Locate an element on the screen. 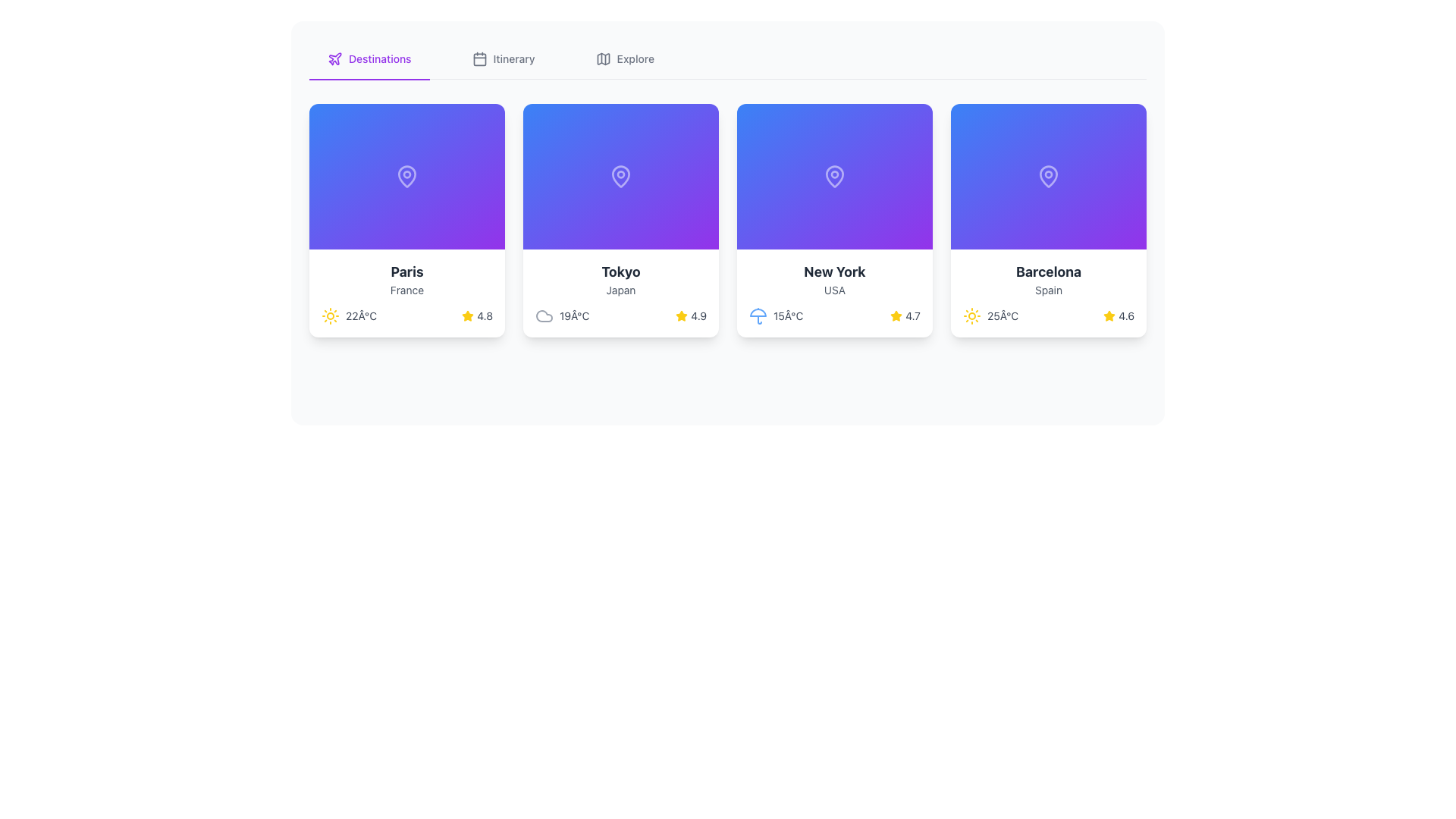 The image size is (1456, 819). the weather status icon located at the leftmost section of the horizontal group associated with the 'New York, USA' card is located at coordinates (758, 315).